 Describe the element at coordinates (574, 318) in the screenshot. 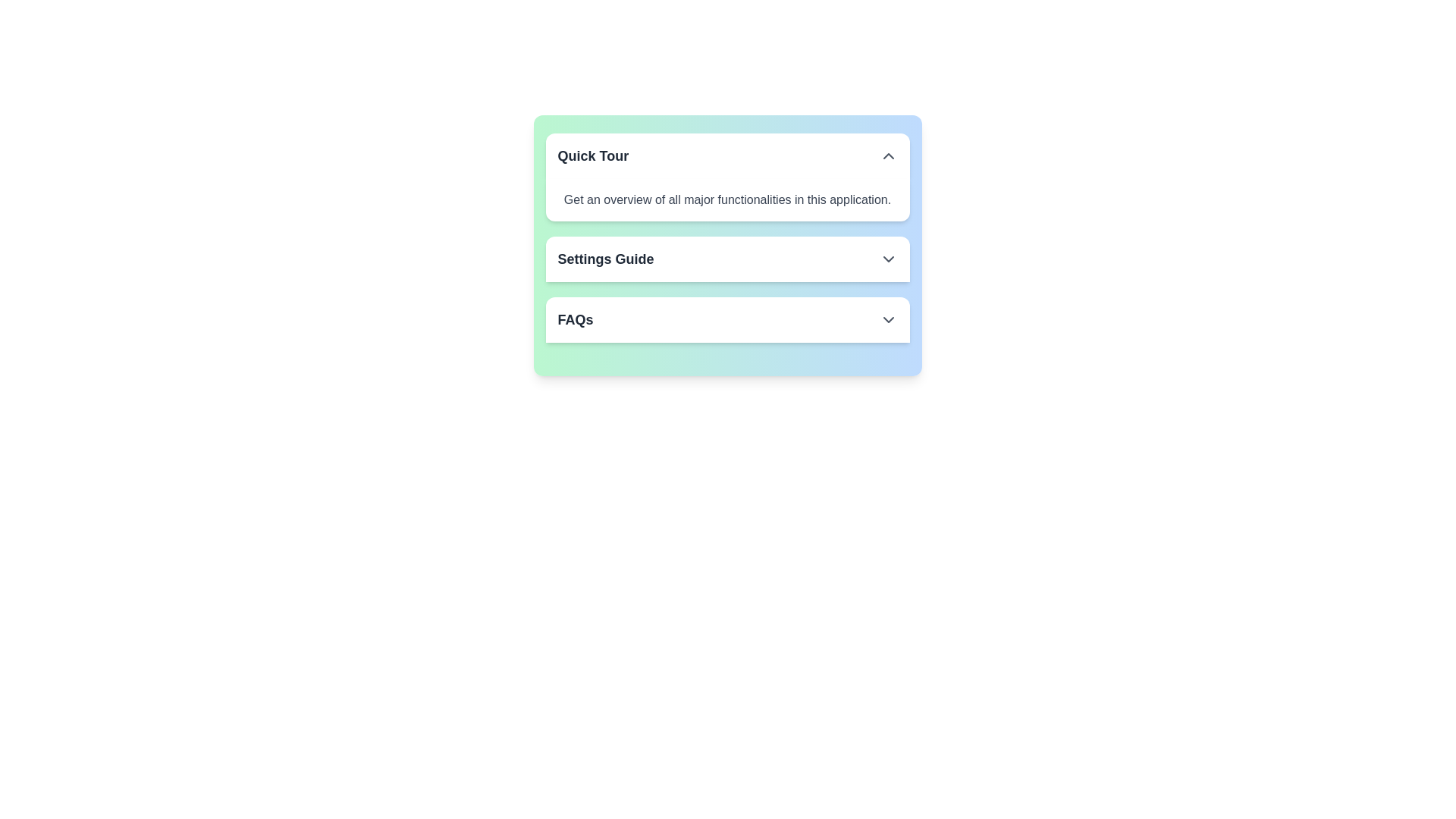

I see `the 'FAQs' text label, which serves as the main label for the section in a horizontally-aligned header with a chevron icon on the right` at that location.